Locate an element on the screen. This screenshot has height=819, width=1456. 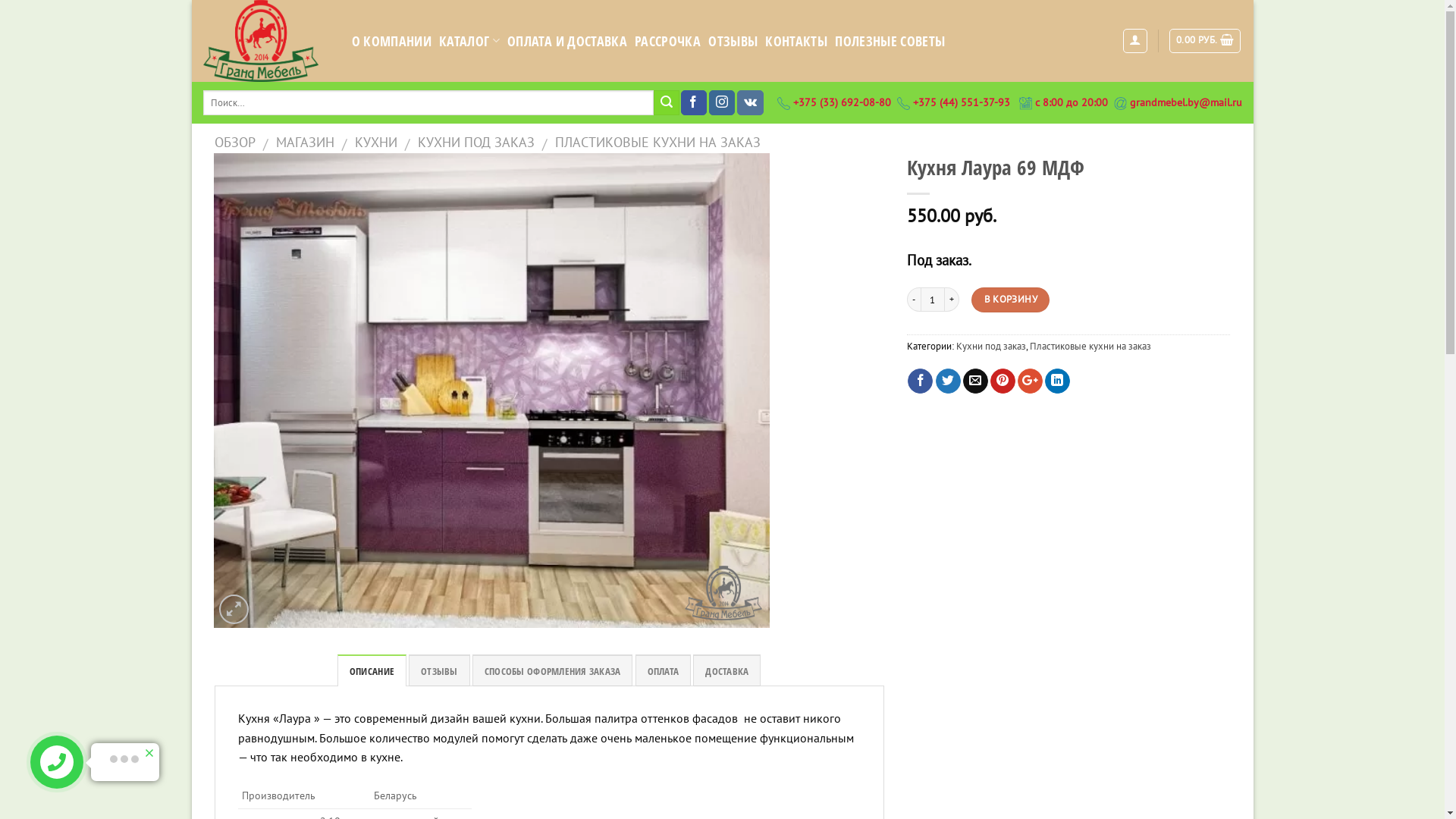
'grandmebel.by@mail.ru' is located at coordinates (1185, 102).